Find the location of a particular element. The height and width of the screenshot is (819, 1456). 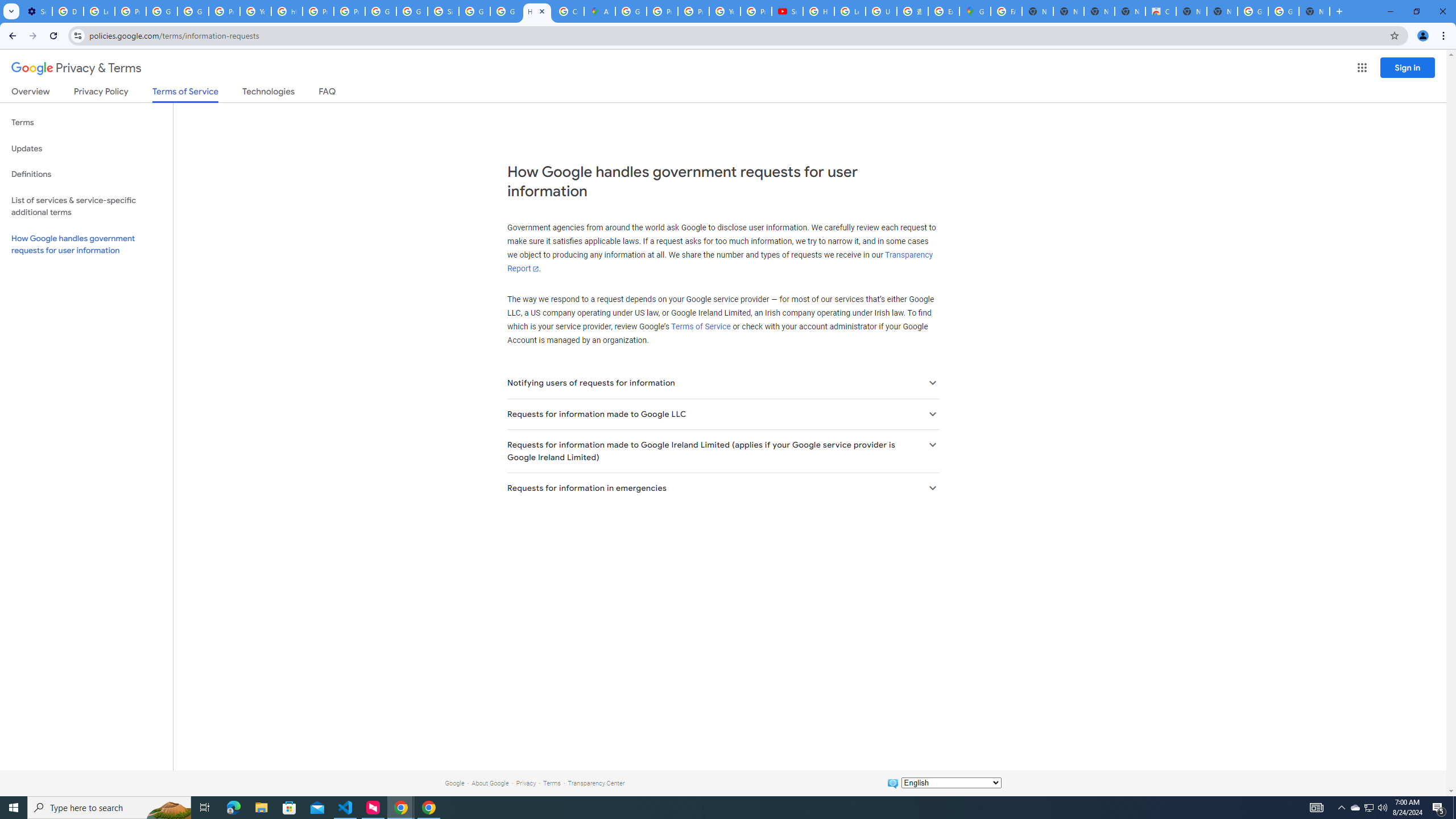

'Subscriptions - YouTube' is located at coordinates (787, 11).